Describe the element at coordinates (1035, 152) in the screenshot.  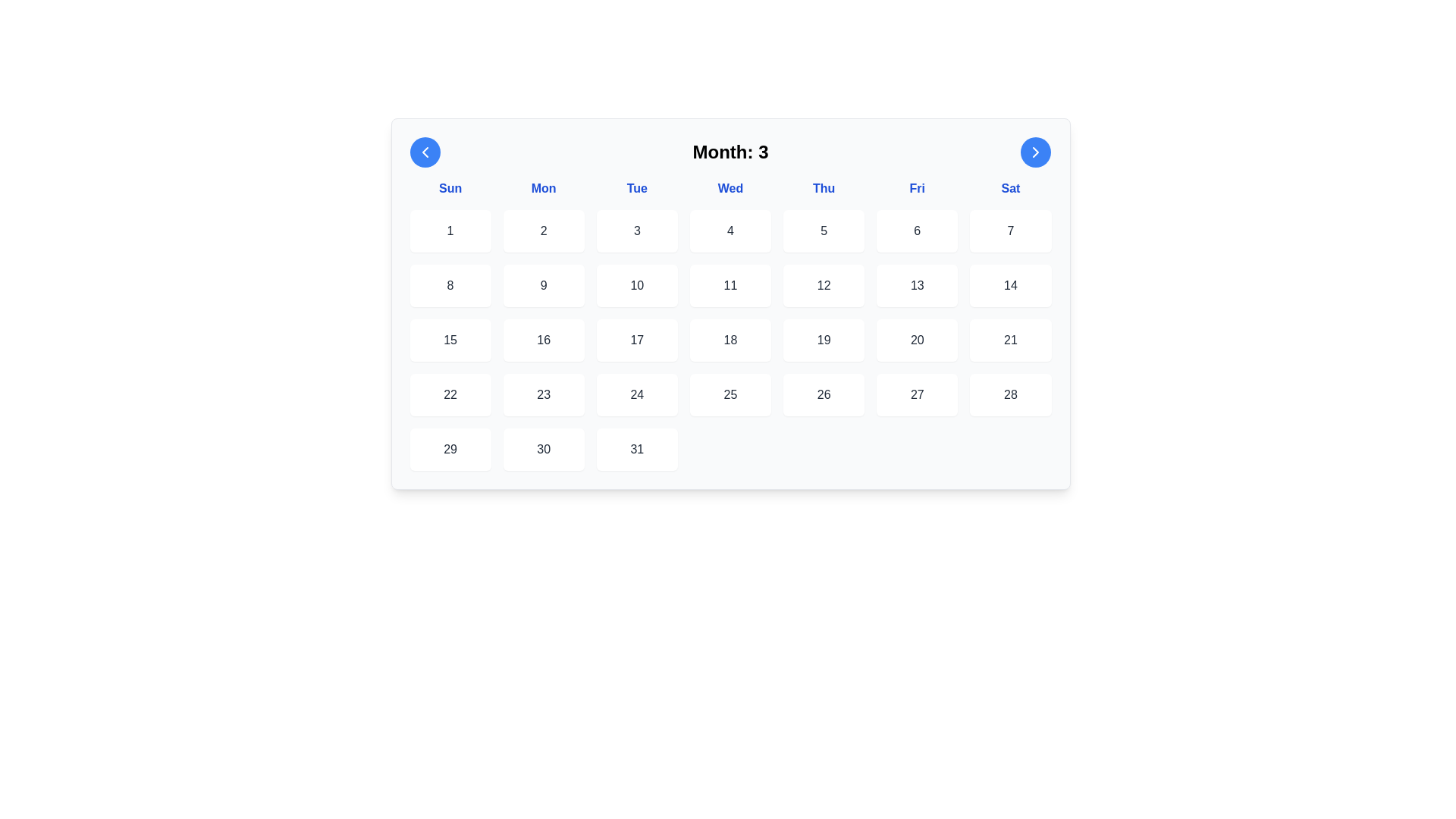
I see `the circular blue button at the top-right corner of the calendar layout` at that location.